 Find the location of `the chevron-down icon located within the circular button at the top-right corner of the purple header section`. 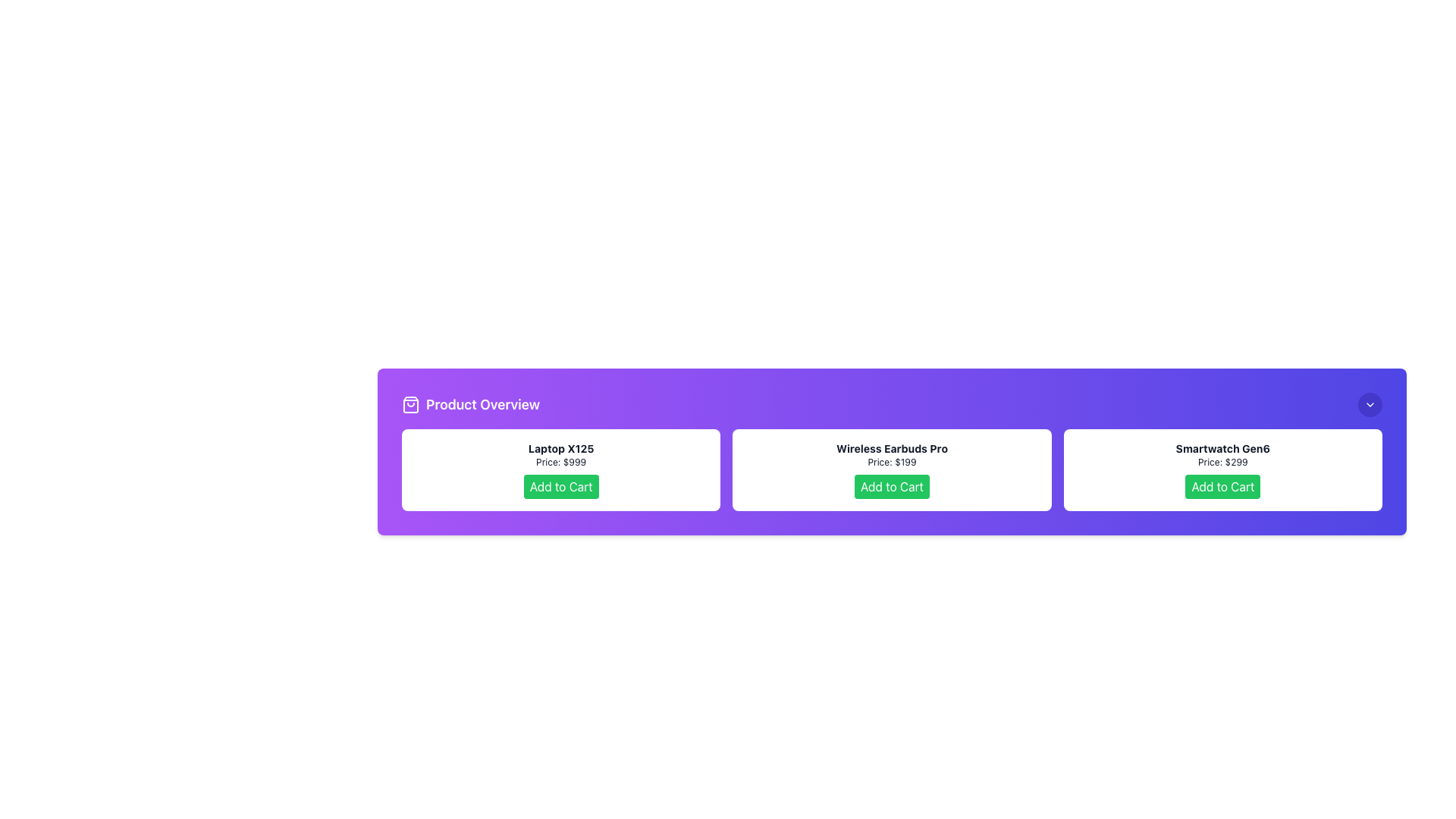

the chevron-down icon located within the circular button at the top-right corner of the purple header section is located at coordinates (1370, 403).